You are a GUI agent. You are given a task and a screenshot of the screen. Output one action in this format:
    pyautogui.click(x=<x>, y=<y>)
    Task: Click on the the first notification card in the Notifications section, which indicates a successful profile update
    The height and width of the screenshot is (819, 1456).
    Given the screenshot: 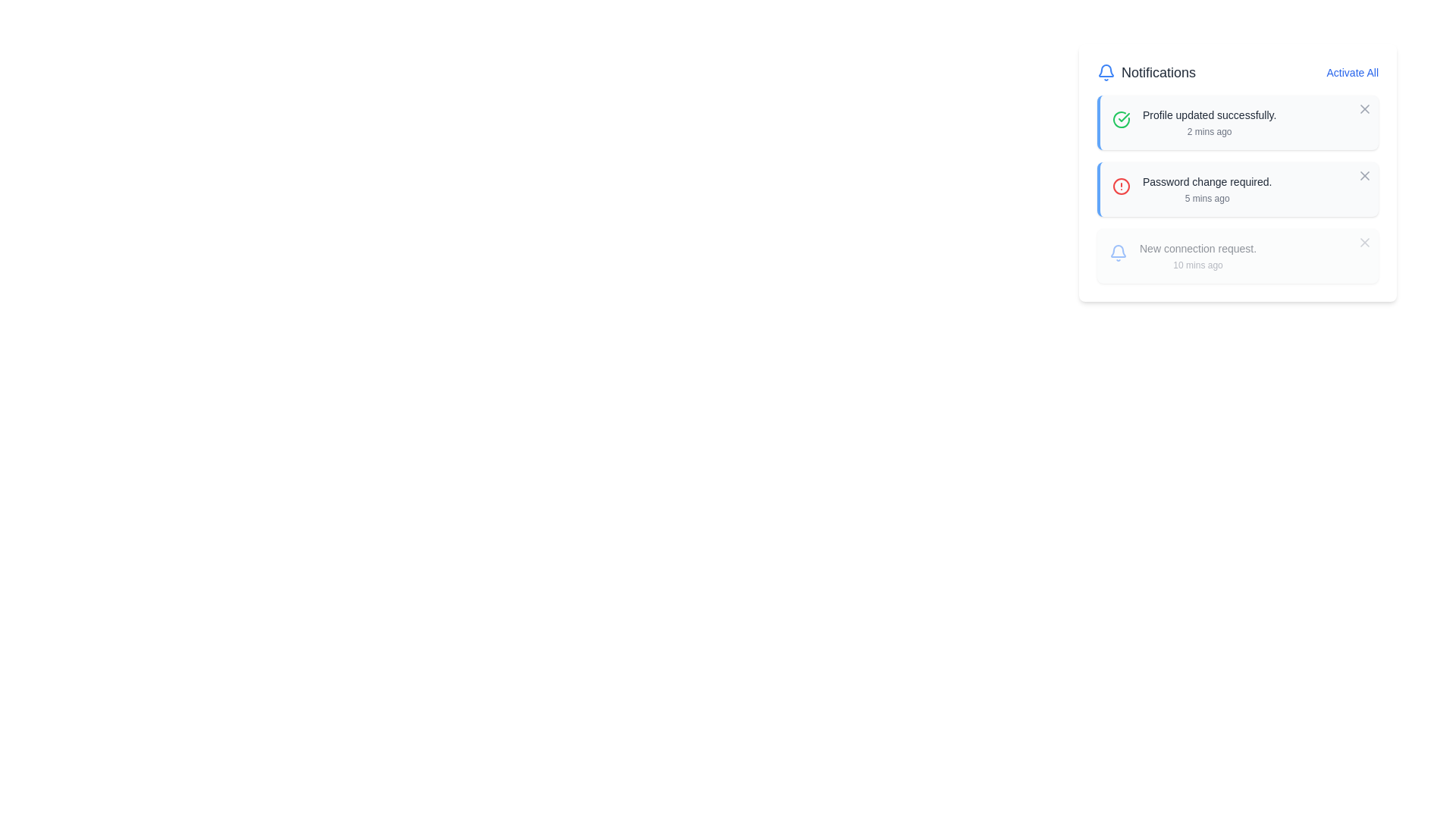 What is the action you would take?
    pyautogui.click(x=1238, y=122)
    